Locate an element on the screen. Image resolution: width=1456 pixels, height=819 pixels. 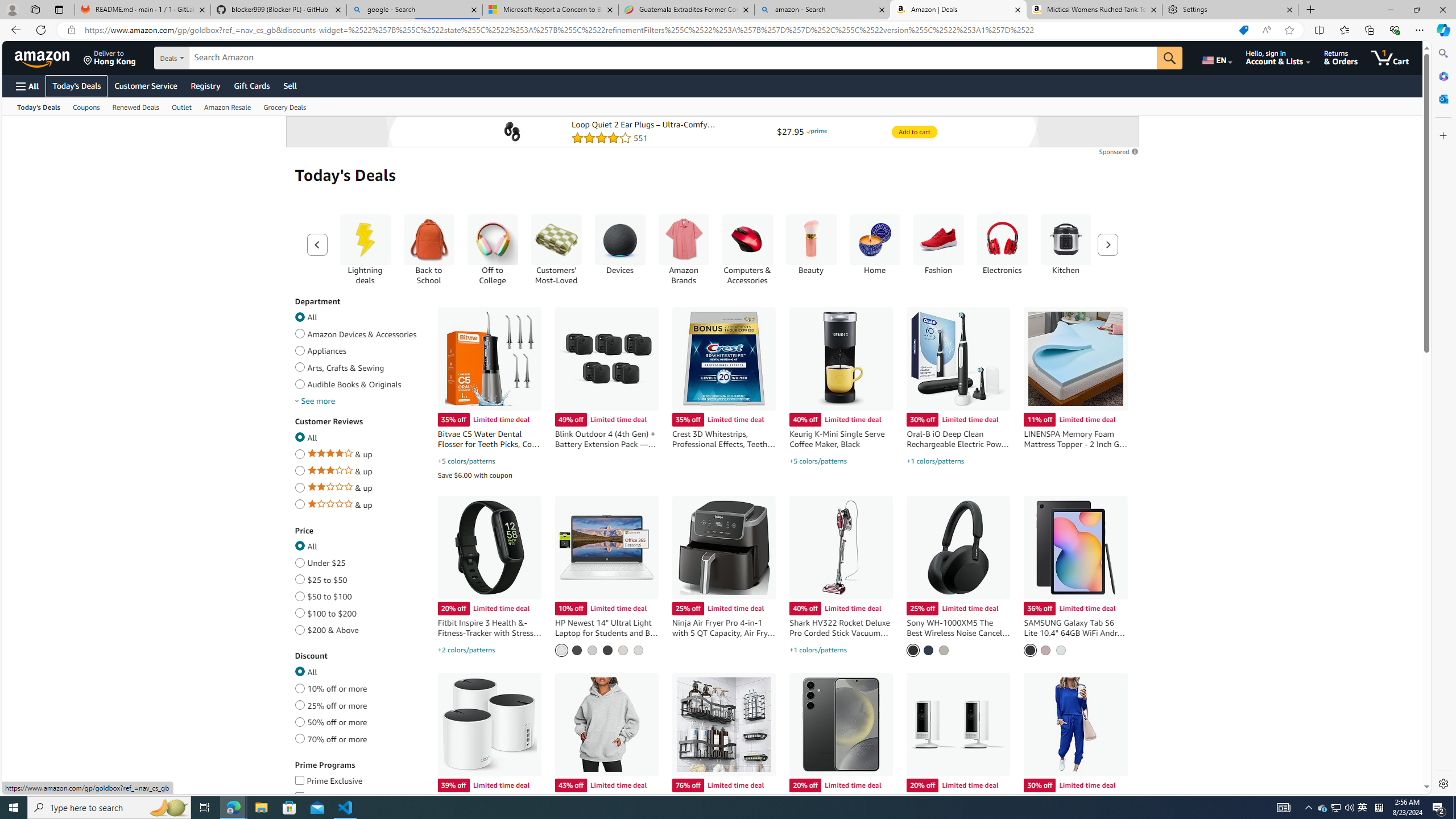
'Average review star rating of 2 and up' is located at coordinates (299, 485).